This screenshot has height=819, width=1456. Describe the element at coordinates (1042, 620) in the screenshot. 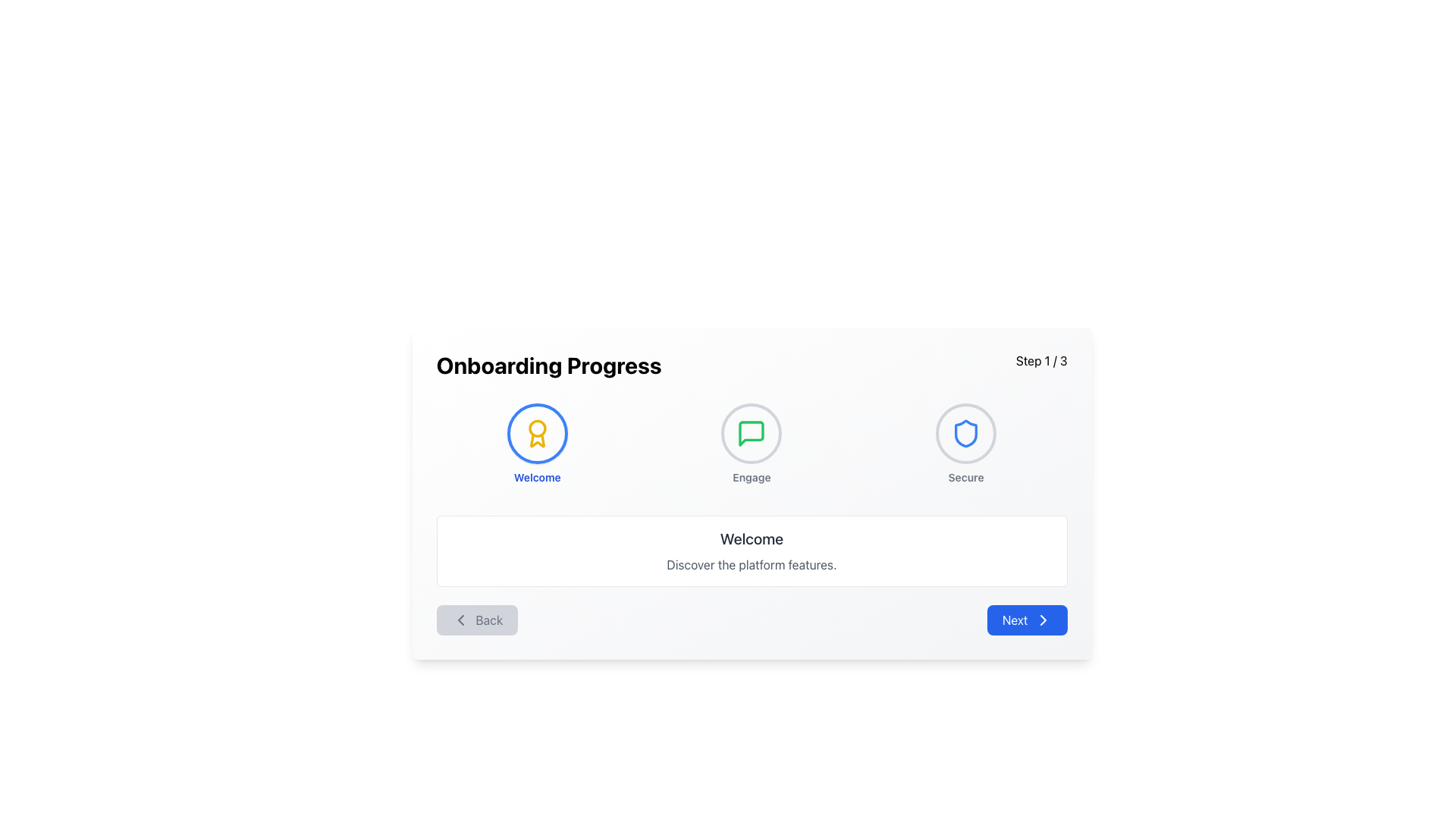

I see `the chevron icon located inside the blue 'Next' button in the bottom-right corner of the interface` at that location.